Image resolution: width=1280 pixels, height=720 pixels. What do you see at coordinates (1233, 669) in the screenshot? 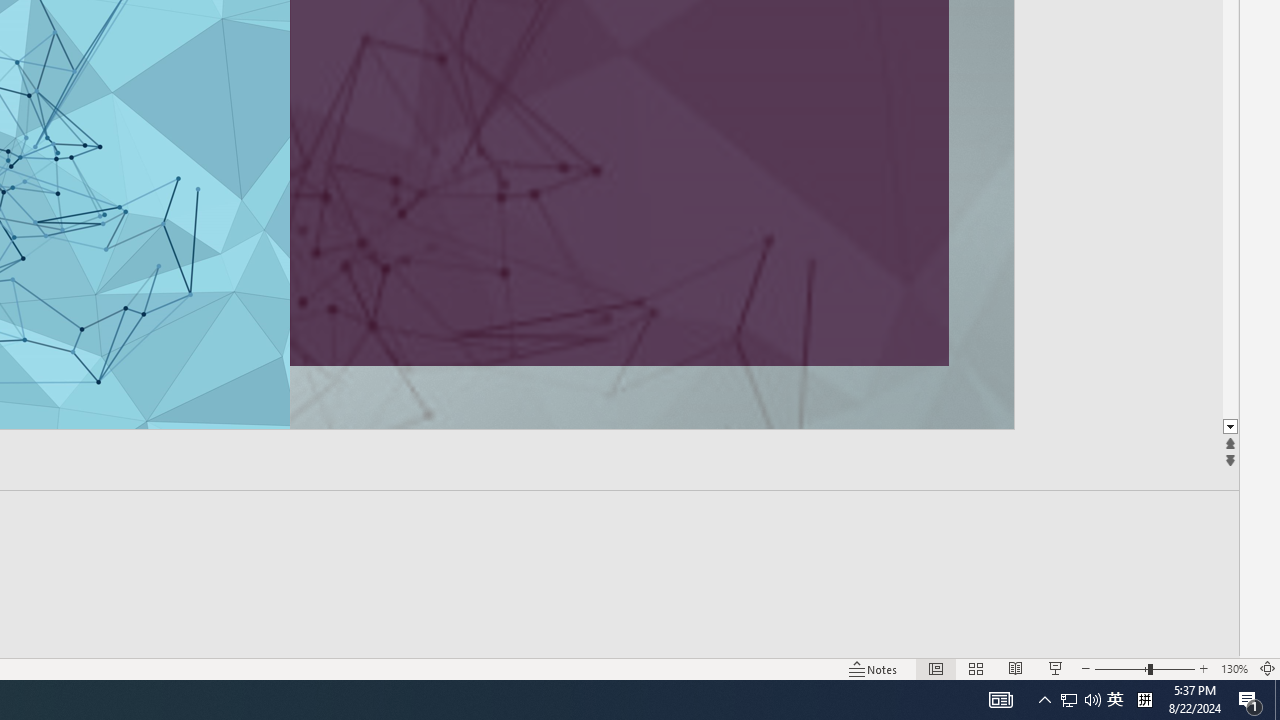
I see `'Zoom 130%'` at bounding box center [1233, 669].